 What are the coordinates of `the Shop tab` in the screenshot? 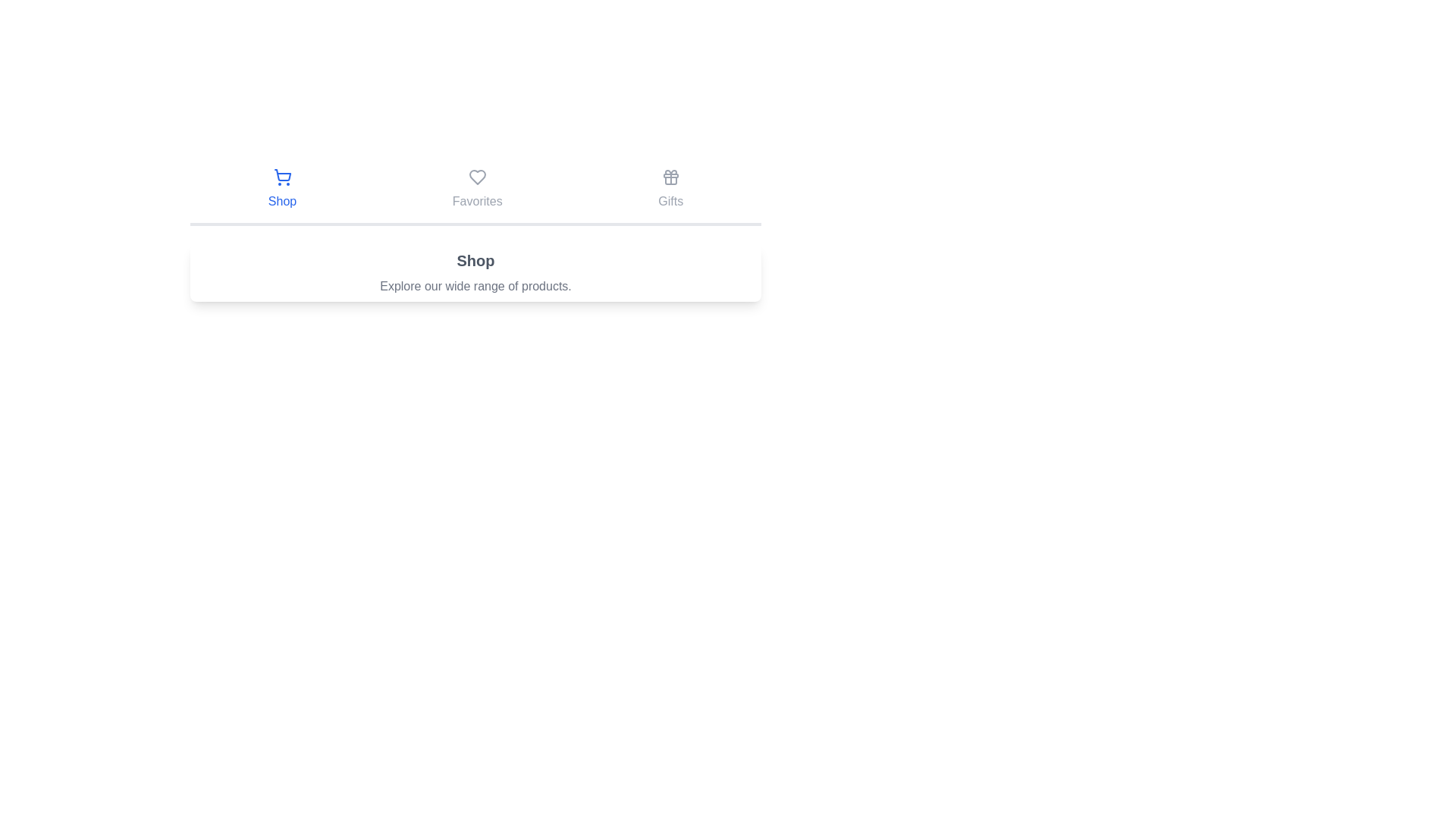 It's located at (282, 189).